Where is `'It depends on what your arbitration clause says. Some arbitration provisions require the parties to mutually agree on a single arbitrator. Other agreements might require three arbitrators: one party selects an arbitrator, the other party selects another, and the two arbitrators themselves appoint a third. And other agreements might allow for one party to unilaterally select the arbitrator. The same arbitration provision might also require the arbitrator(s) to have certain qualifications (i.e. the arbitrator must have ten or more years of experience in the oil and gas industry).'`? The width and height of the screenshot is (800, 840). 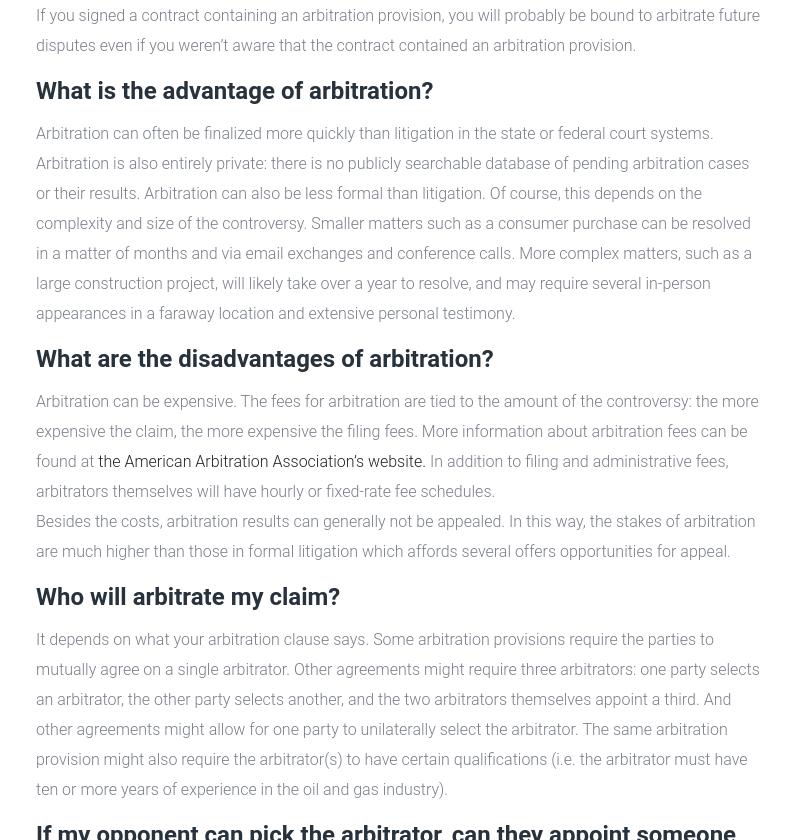
'It depends on what your arbitration clause says. Some arbitration provisions require the parties to mutually agree on a single arbitrator. Other agreements might require three arbitrators: one party selects an arbitrator, the other party selects another, and the two arbitrators themselves appoint a third. And other agreements might allow for one party to unilaterally select the arbitrator. The same arbitration provision might also require the arbitrator(s) to have certain qualifications (i.e. the arbitrator must have ten or more years of experience in the oil and gas industry).' is located at coordinates (396, 714).